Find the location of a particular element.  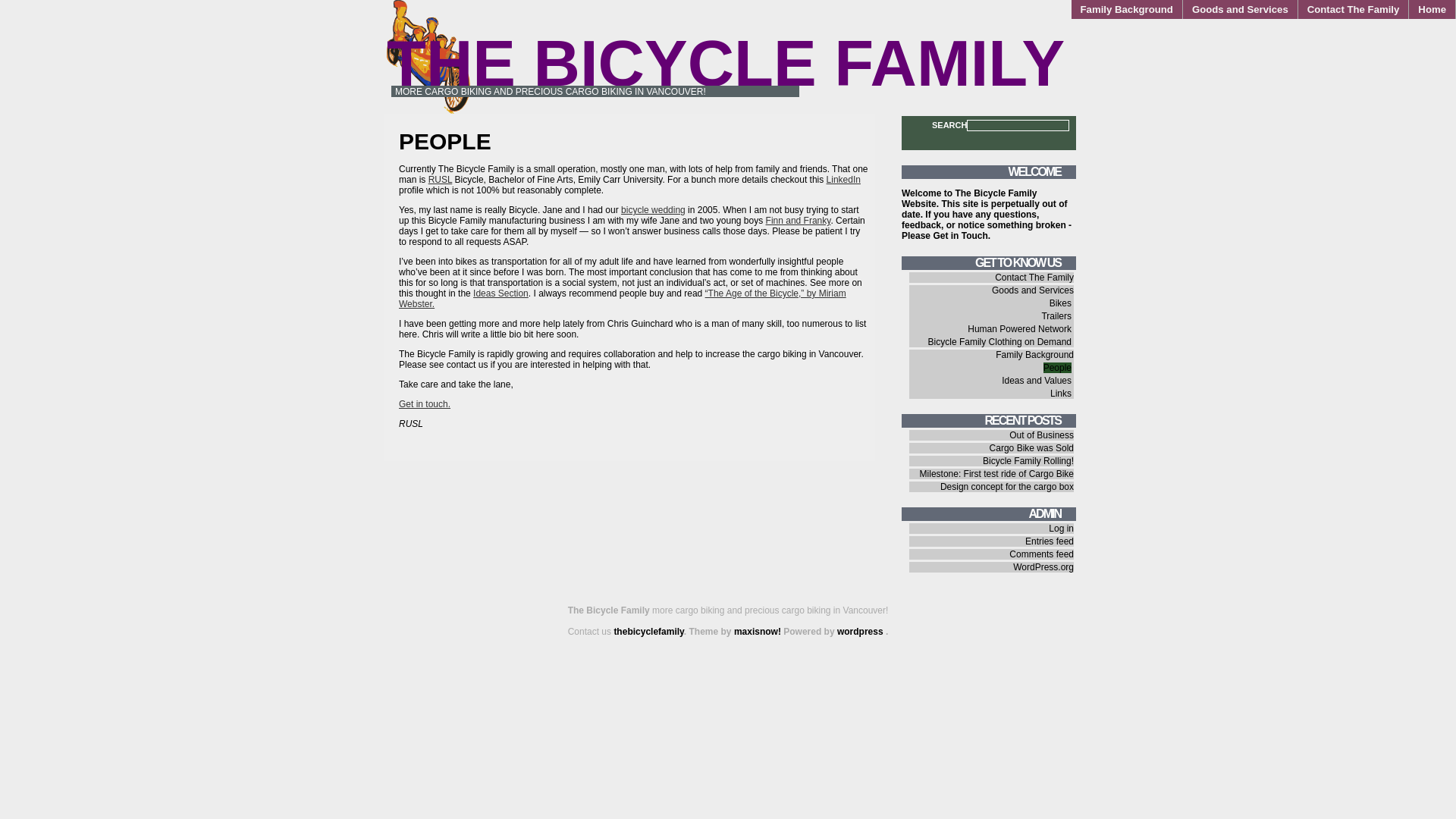

'Entries feed' is located at coordinates (1048, 540).